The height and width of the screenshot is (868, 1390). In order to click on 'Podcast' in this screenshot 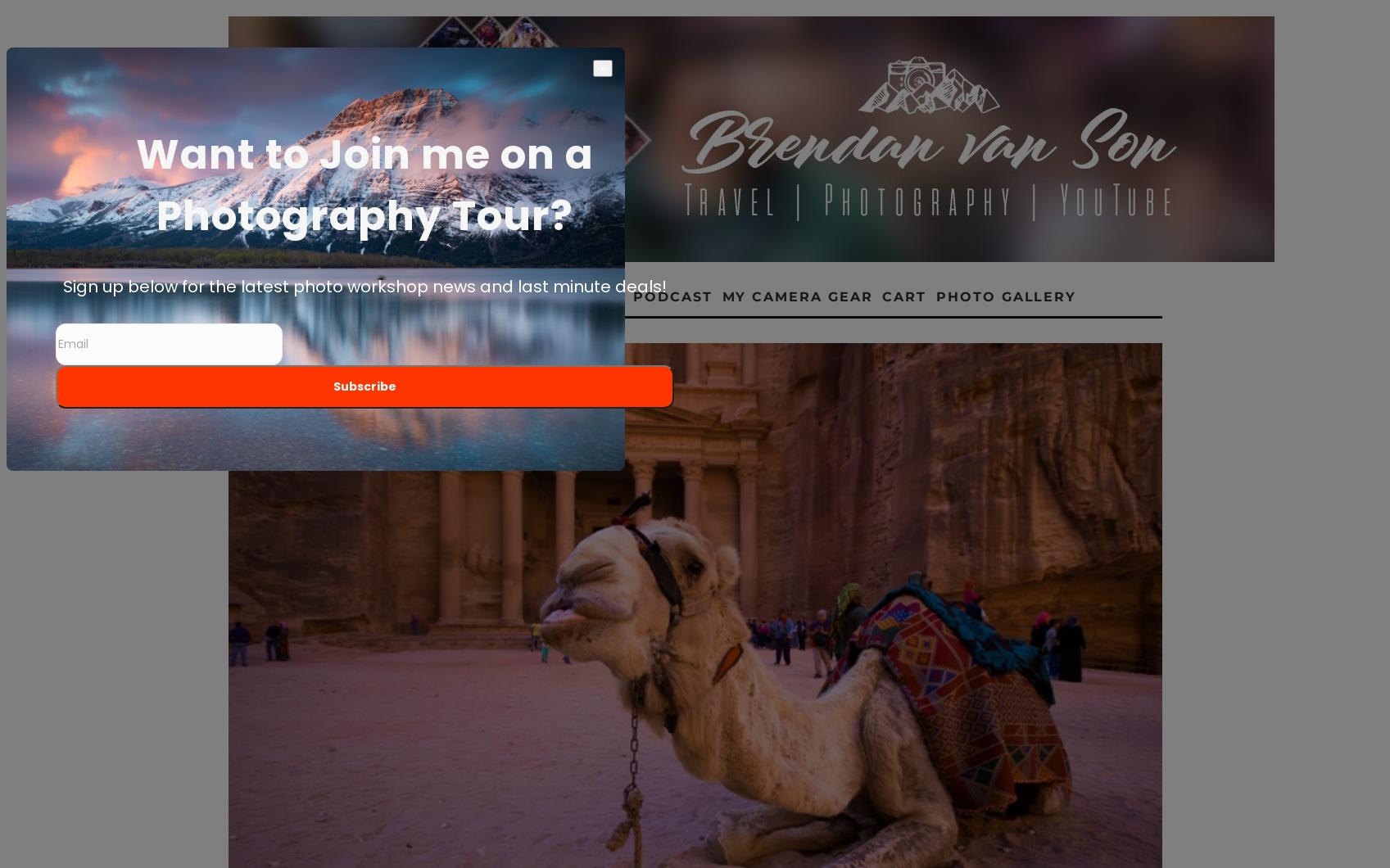, I will do `click(672, 296)`.